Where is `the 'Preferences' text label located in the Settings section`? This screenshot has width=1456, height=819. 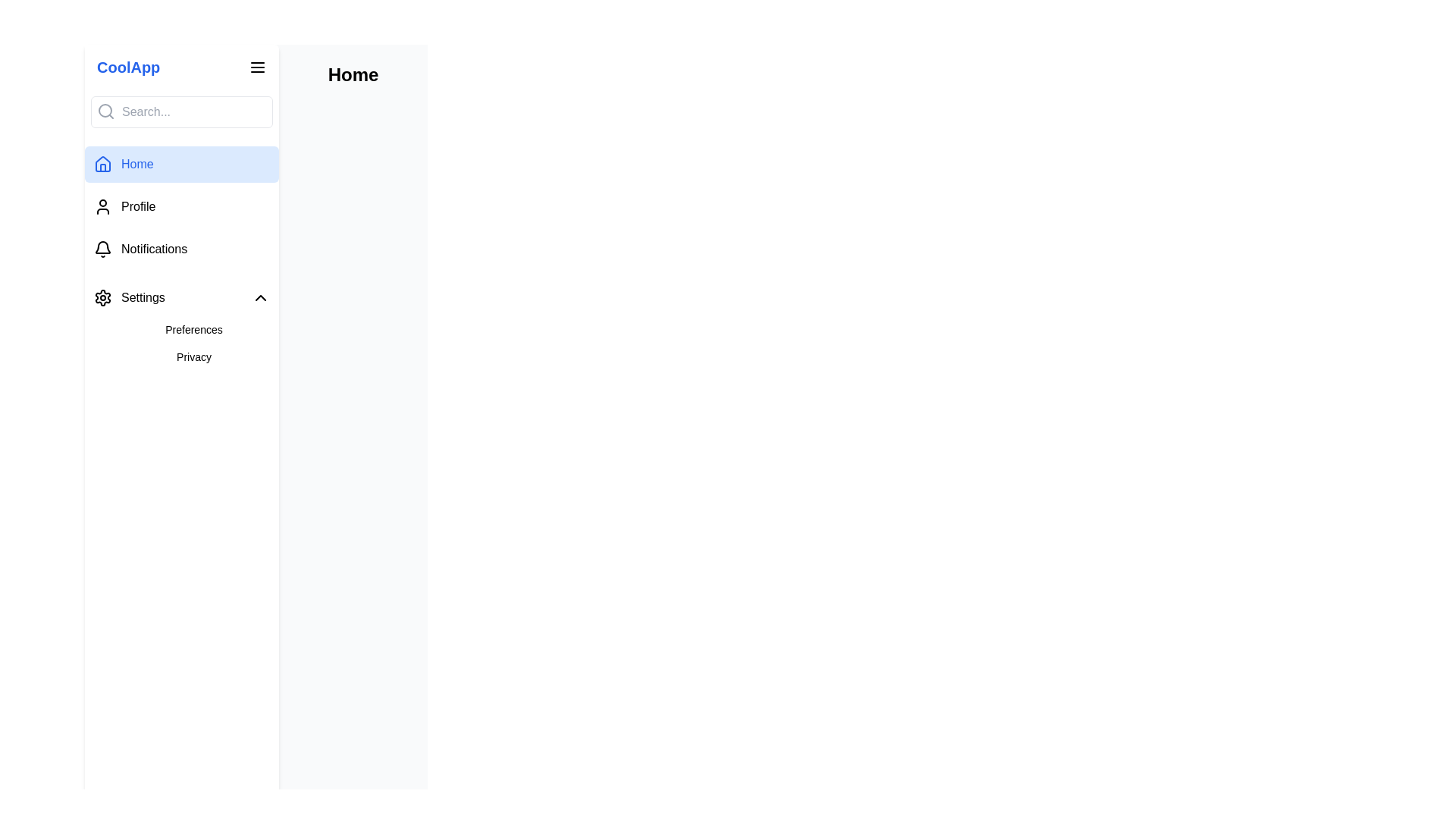 the 'Preferences' text label located in the Settings section is located at coordinates (193, 329).